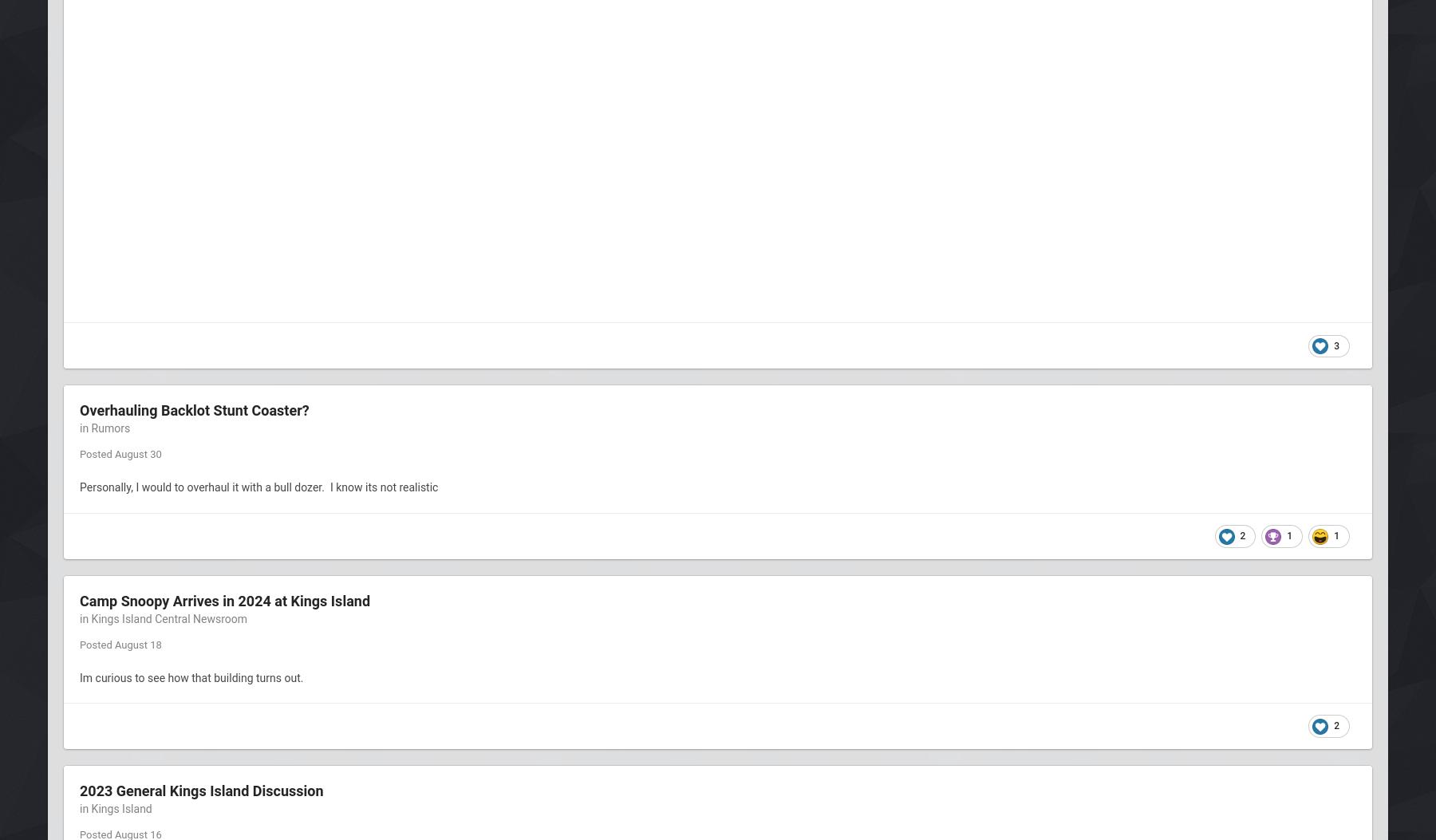 This screenshot has width=1436, height=840. I want to click on '3', so click(1333, 344).